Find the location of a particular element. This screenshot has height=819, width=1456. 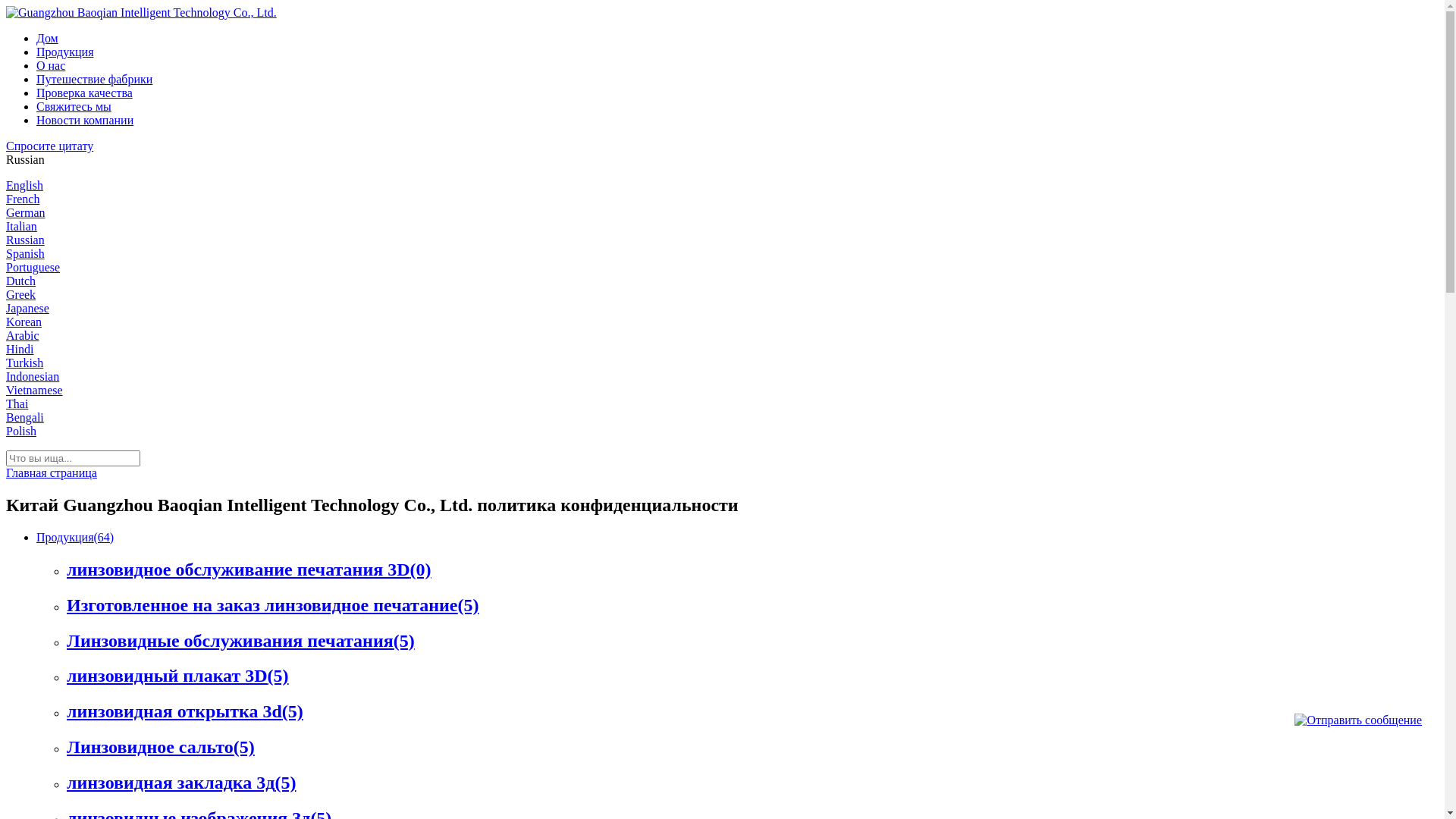

'Italian' is located at coordinates (21, 226).